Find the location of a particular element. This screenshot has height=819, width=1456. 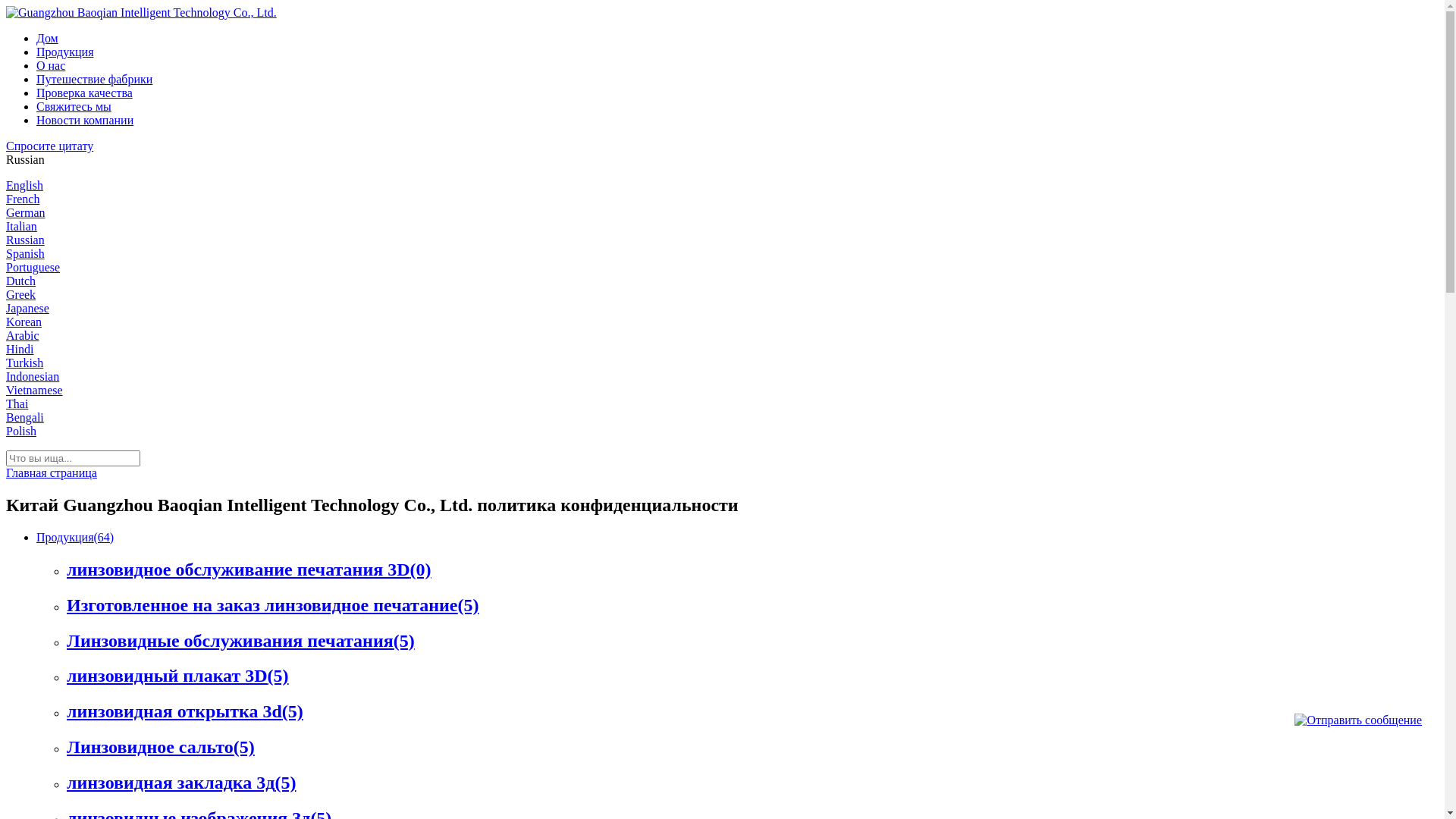

'Italian' is located at coordinates (21, 226).